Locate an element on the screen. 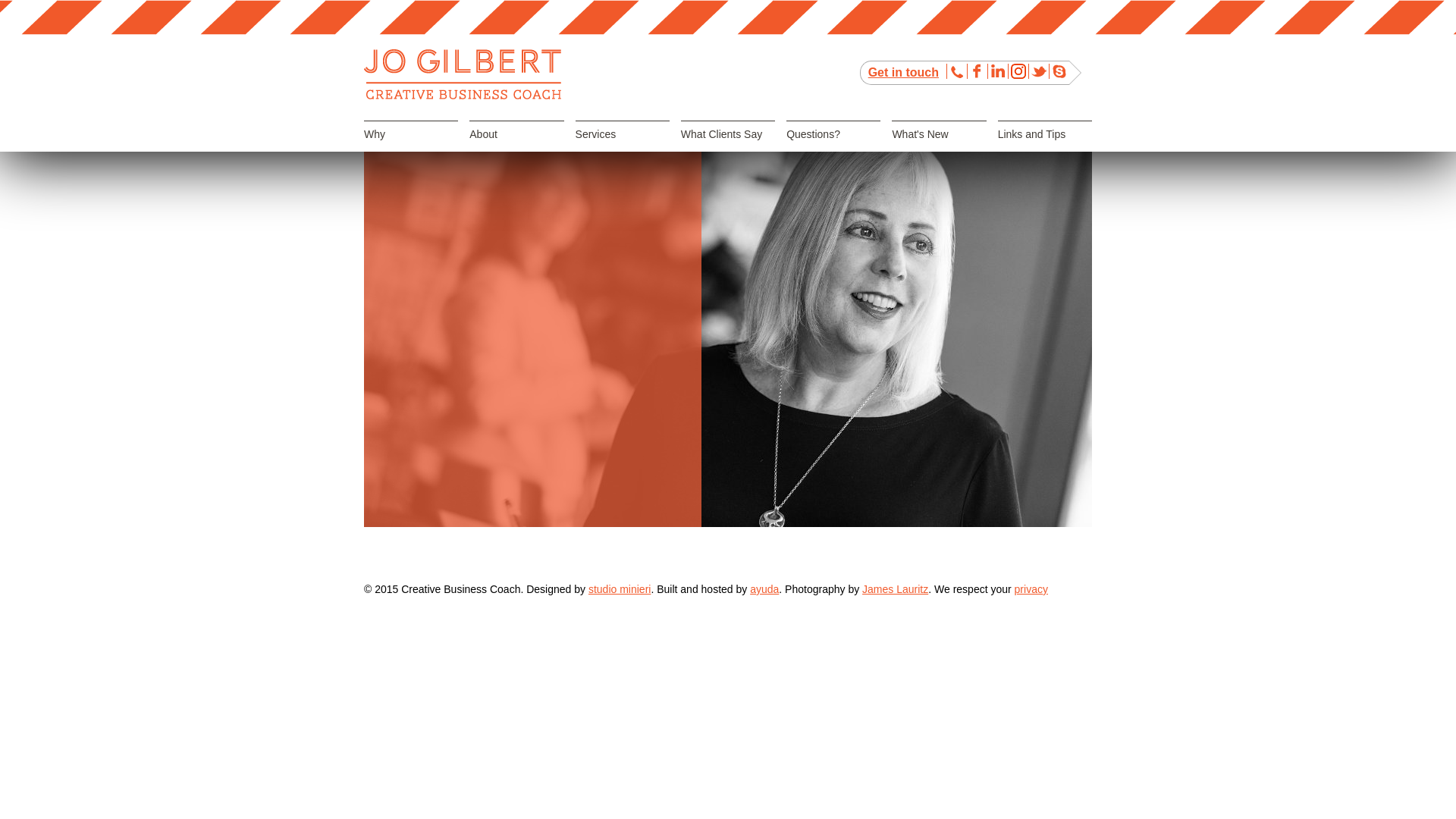  'About' is located at coordinates (516, 148).